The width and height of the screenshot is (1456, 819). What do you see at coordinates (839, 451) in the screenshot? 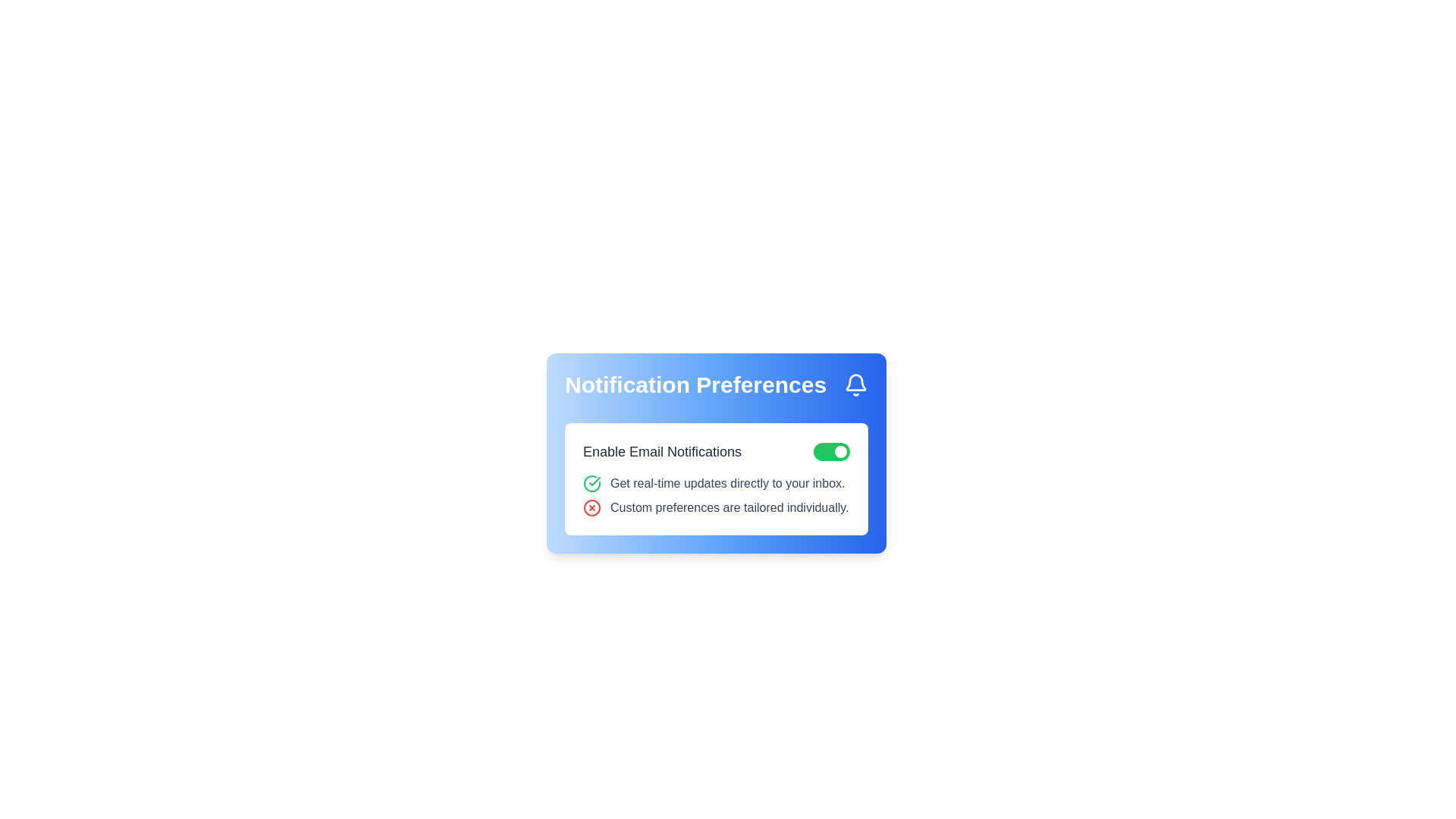
I see `the small, white, circular toggle handle located on the rightmost side of the green toggle background in the 'Enable Email Notifications' section` at bounding box center [839, 451].